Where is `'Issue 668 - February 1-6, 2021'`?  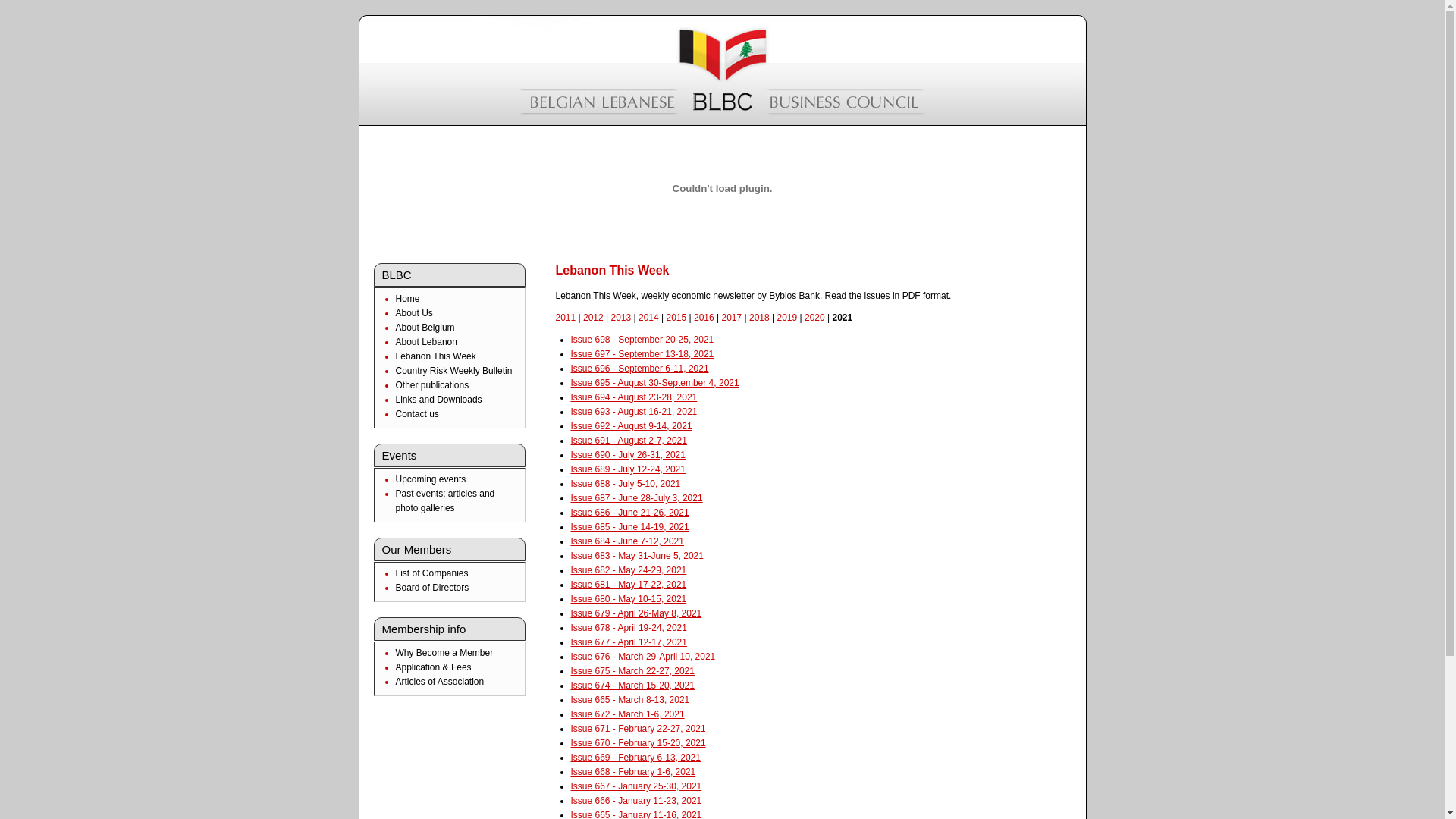
'Issue 668 - February 1-6, 2021' is located at coordinates (570, 772).